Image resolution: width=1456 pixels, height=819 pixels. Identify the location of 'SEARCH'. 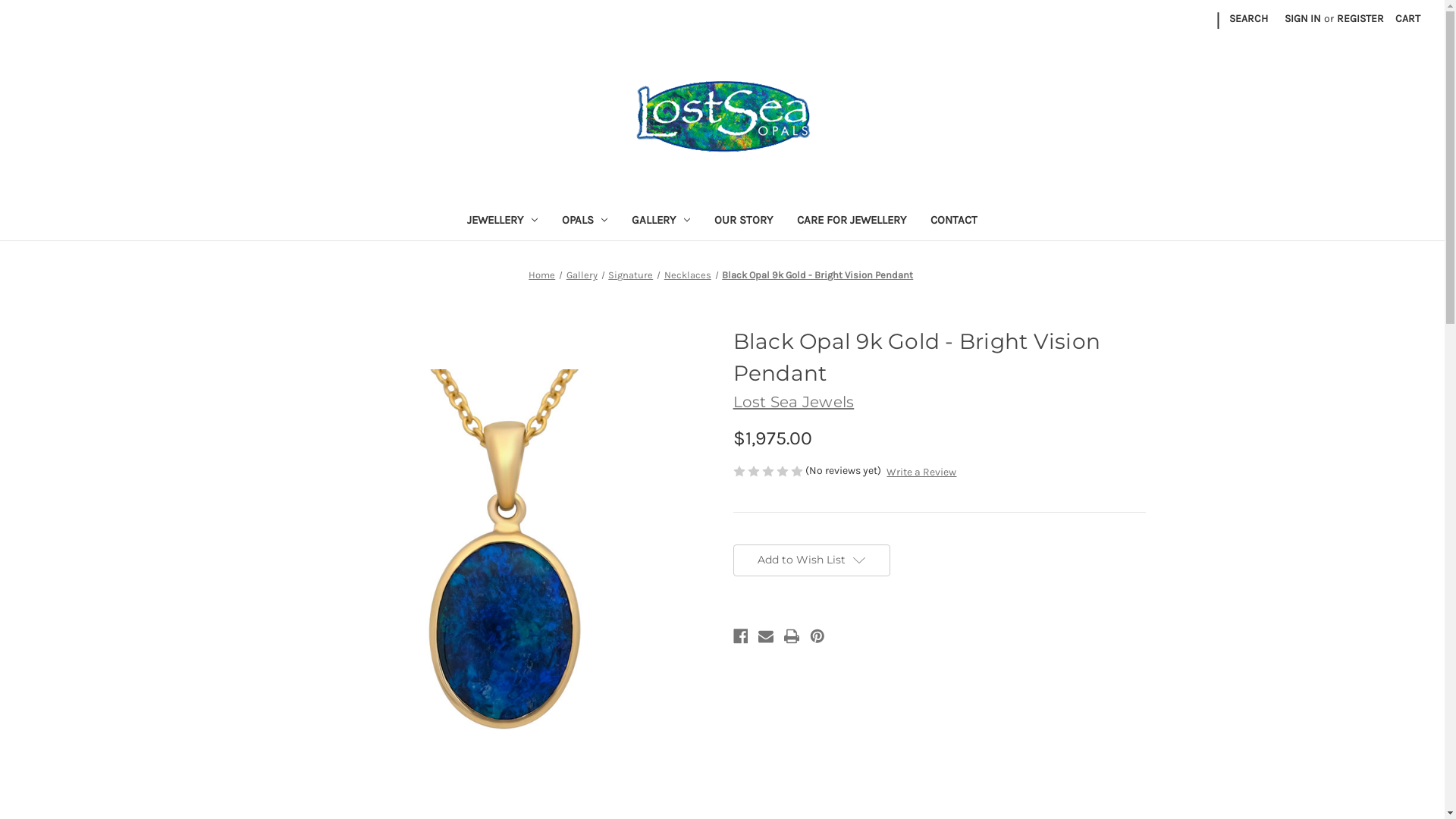
(1248, 18).